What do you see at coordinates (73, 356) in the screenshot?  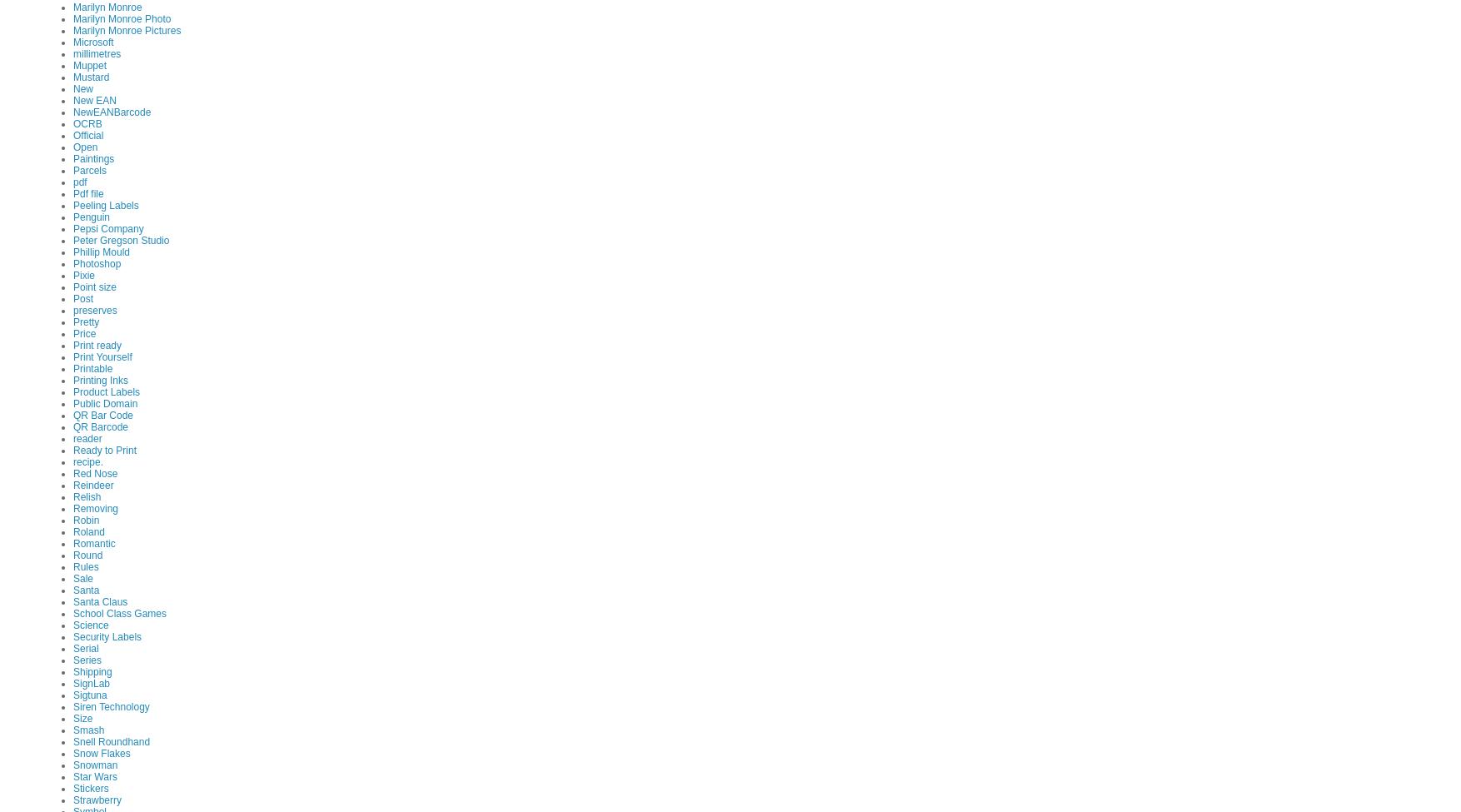 I see `'Print Yourself'` at bounding box center [73, 356].